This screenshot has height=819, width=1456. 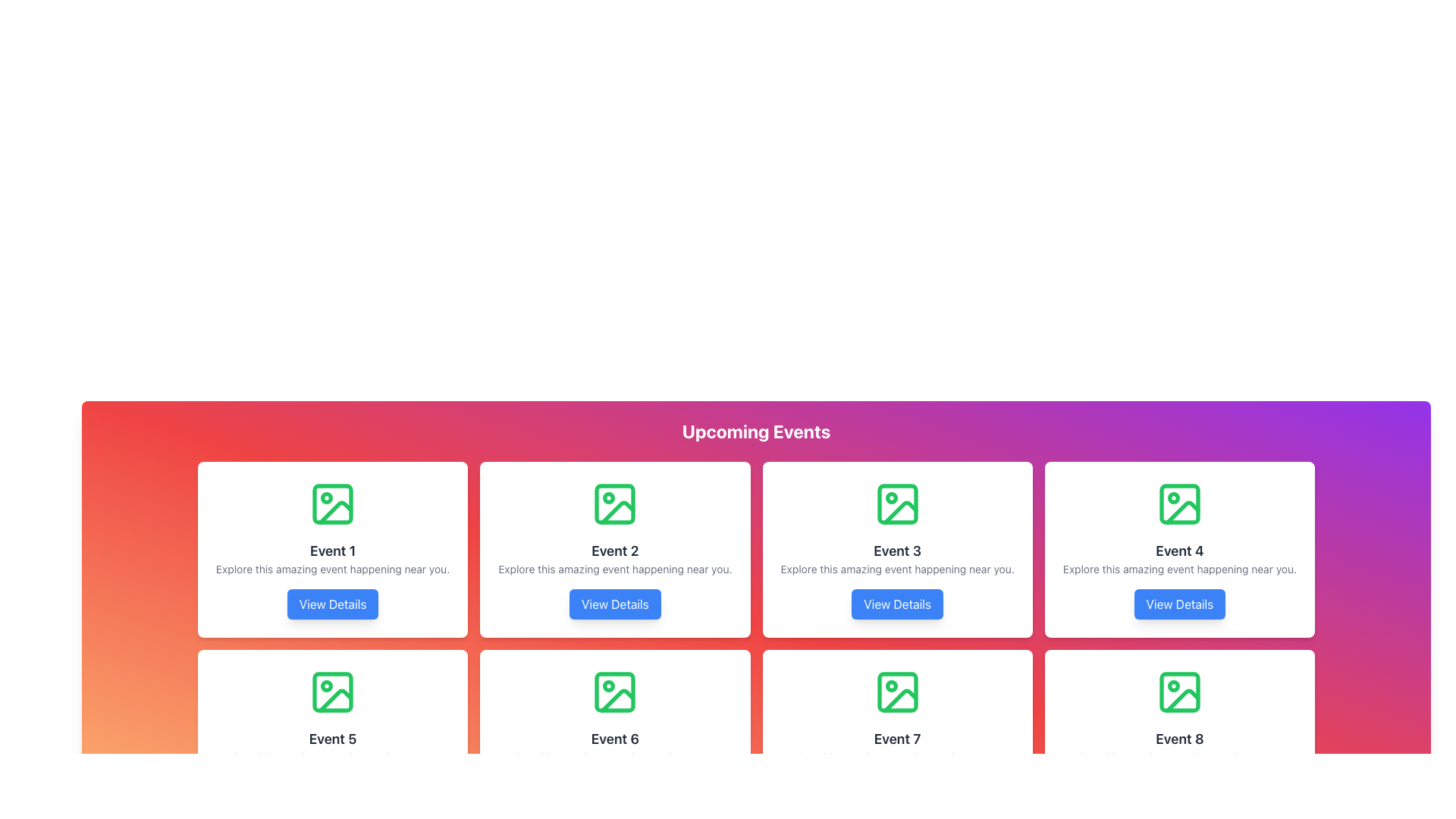 What do you see at coordinates (897, 570) in the screenshot?
I see `the descriptive text element located below the 'Event 3' title and above the 'View Details' button in the third event card` at bounding box center [897, 570].